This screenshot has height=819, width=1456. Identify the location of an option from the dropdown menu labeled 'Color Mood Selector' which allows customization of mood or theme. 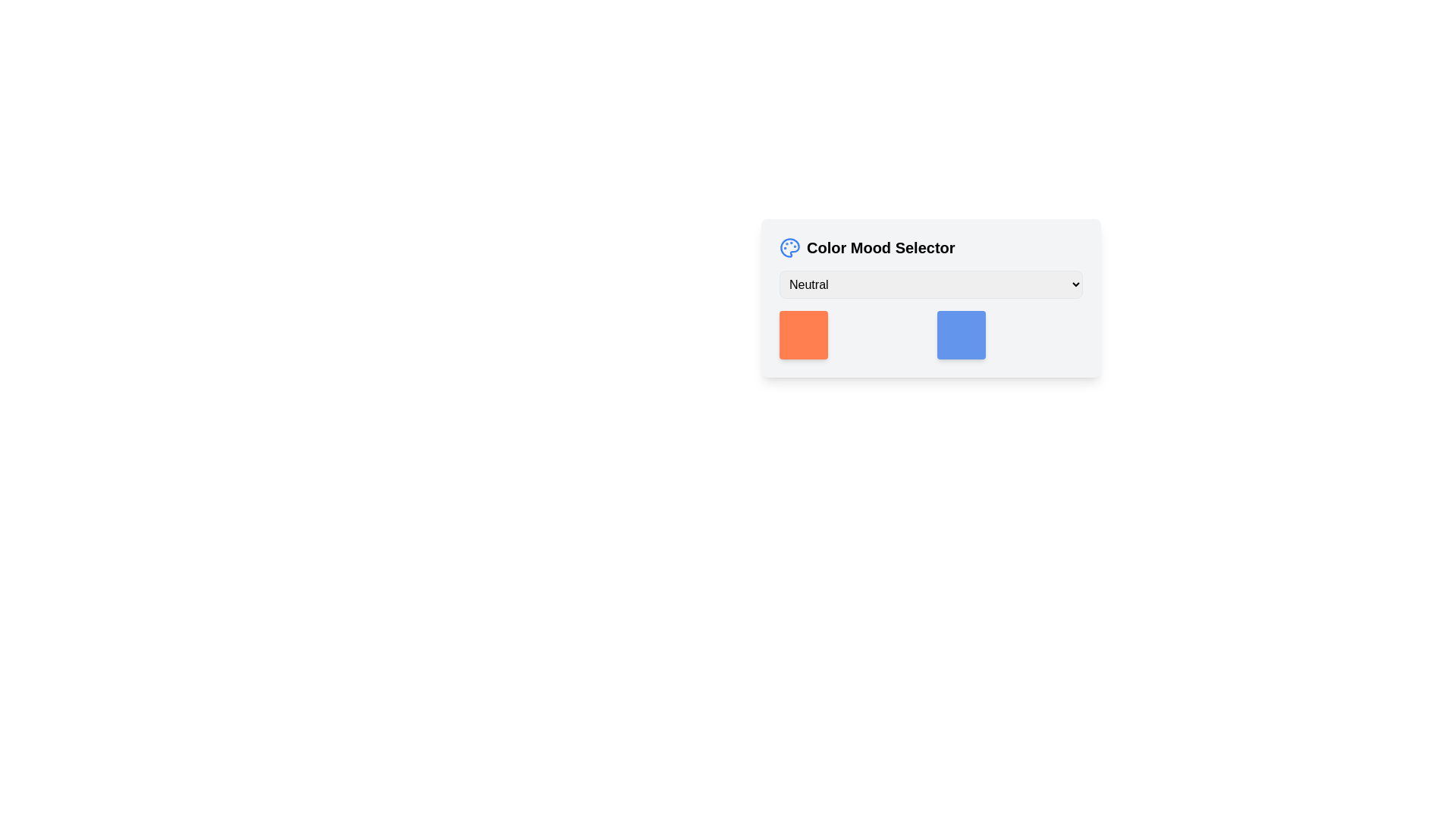
(930, 284).